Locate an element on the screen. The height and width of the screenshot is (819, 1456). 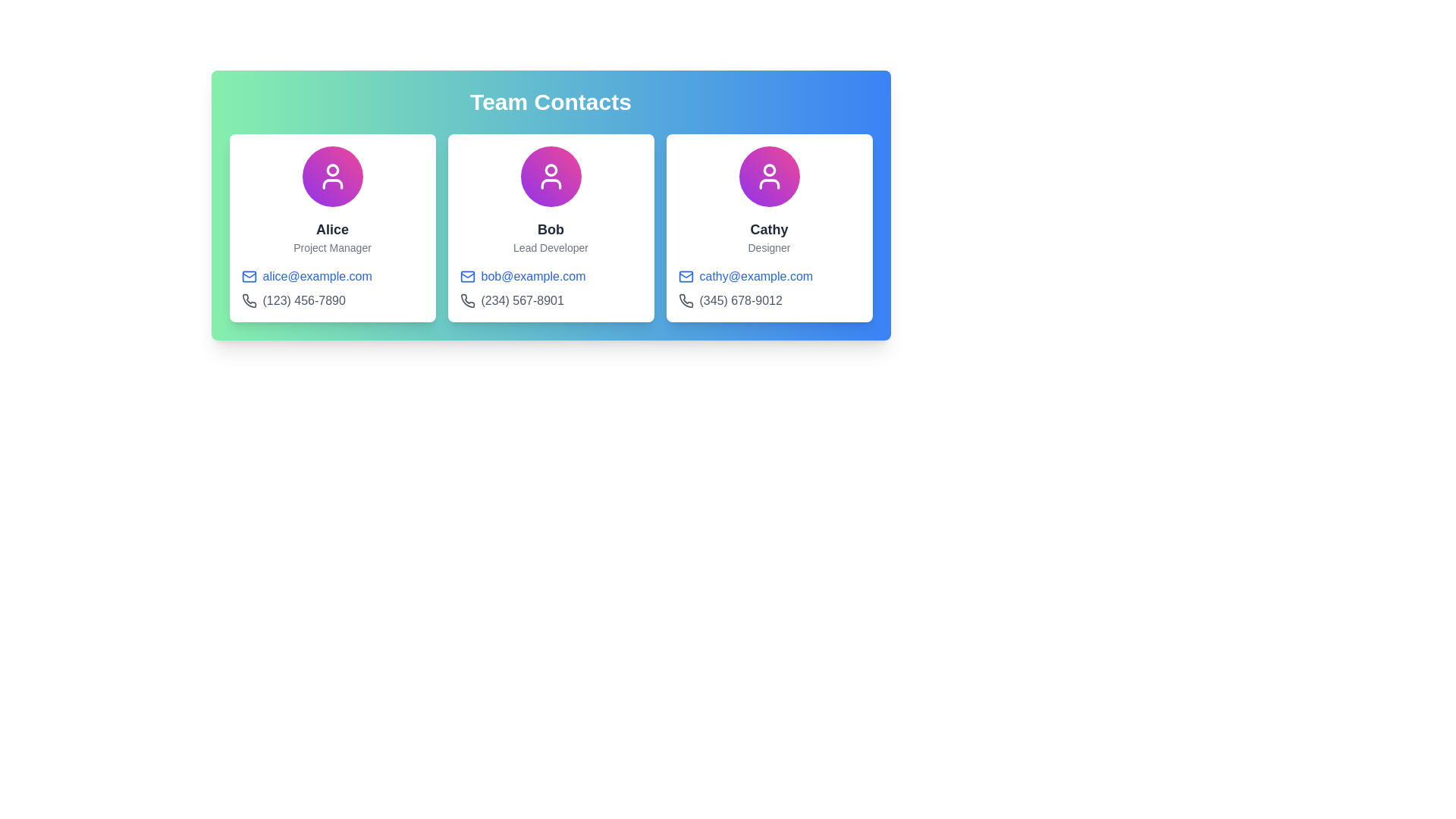
the text label displaying the phone number '(345) 678-9012' located at the bottom of the card titled 'Cathy - Designer.' is located at coordinates (741, 301).